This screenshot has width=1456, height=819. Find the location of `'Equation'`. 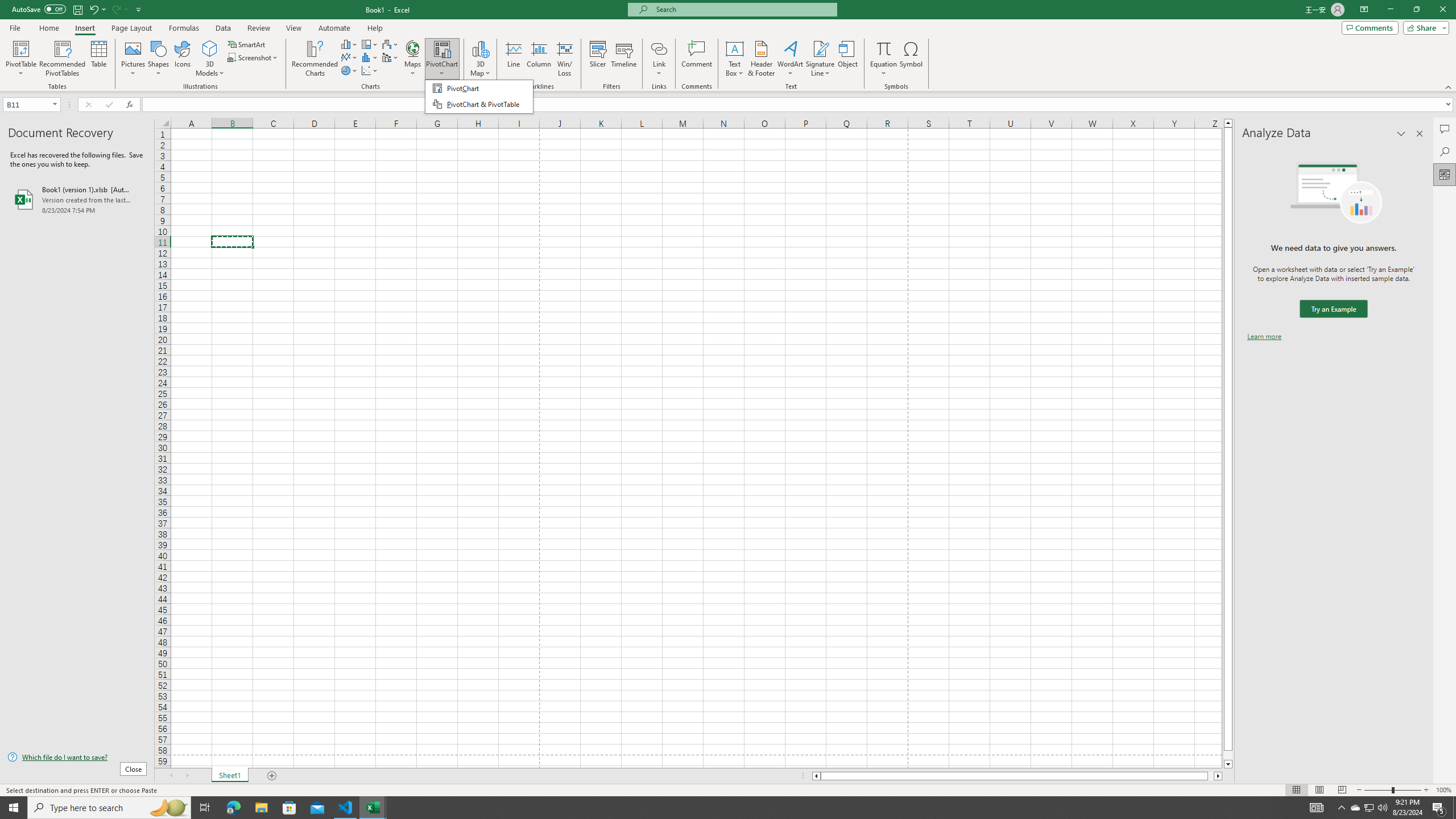

'Equation' is located at coordinates (883, 59).